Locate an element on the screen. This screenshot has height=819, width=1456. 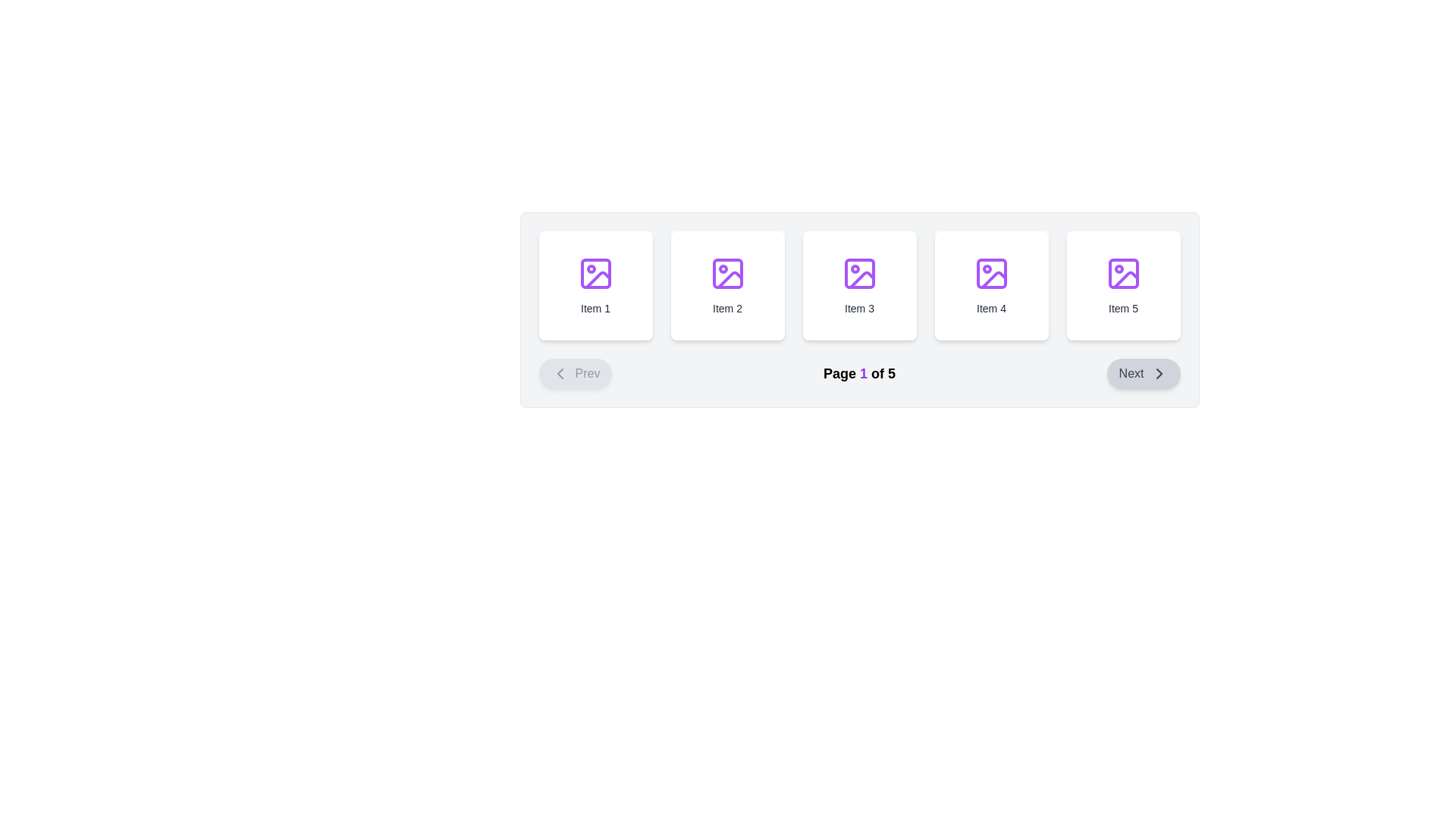
the SVG icon of an image with a circular detail and a mountain line, styled in purple, located within the card labeled 'Item 3' is located at coordinates (859, 274).